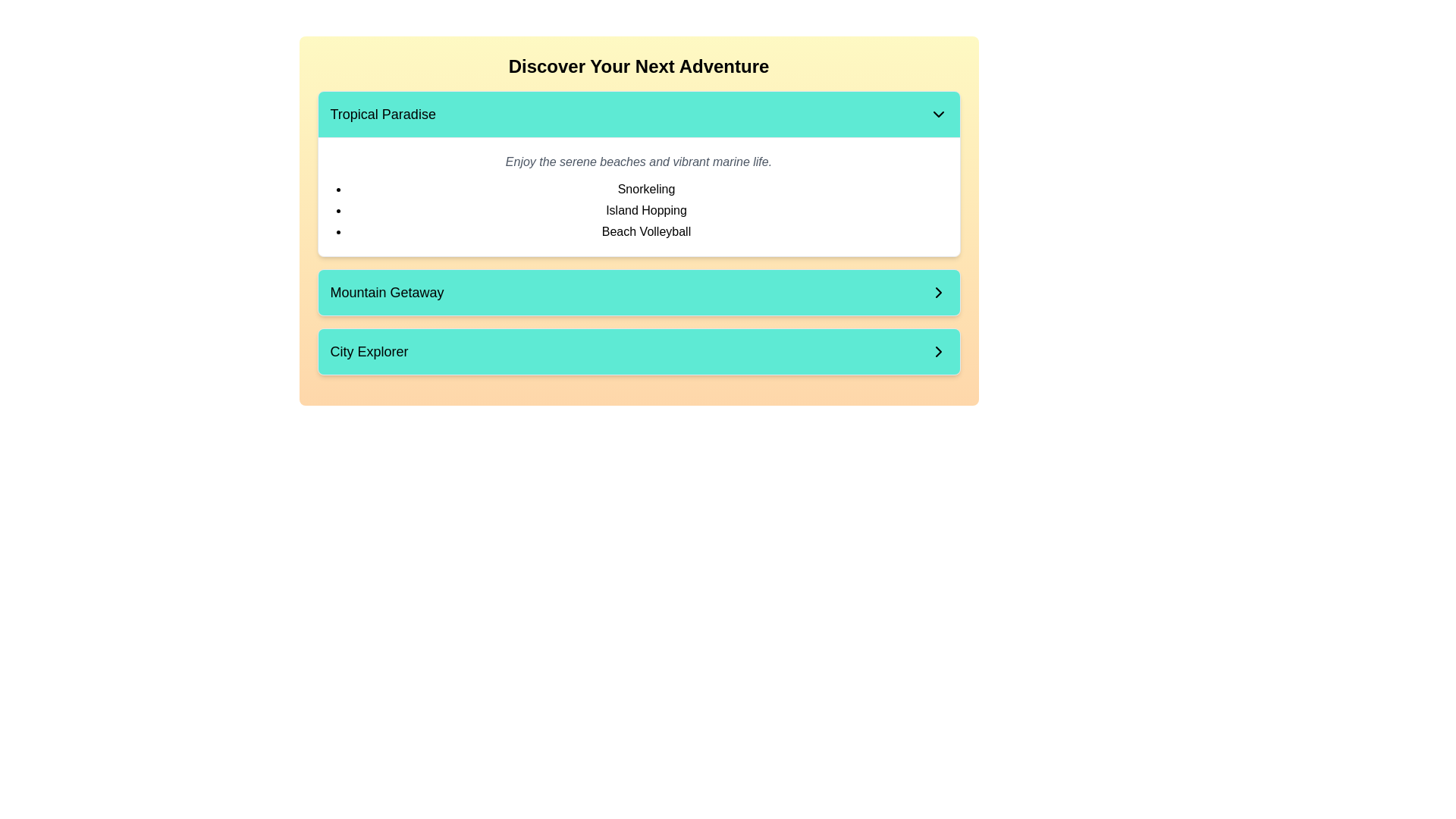 This screenshot has height=819, width=1456. I want to click on the dropdown menu of the 'Tropical Paradise' information card, which is the first card in the list under 'Discover Your Next Adventure', so click(639, 173).